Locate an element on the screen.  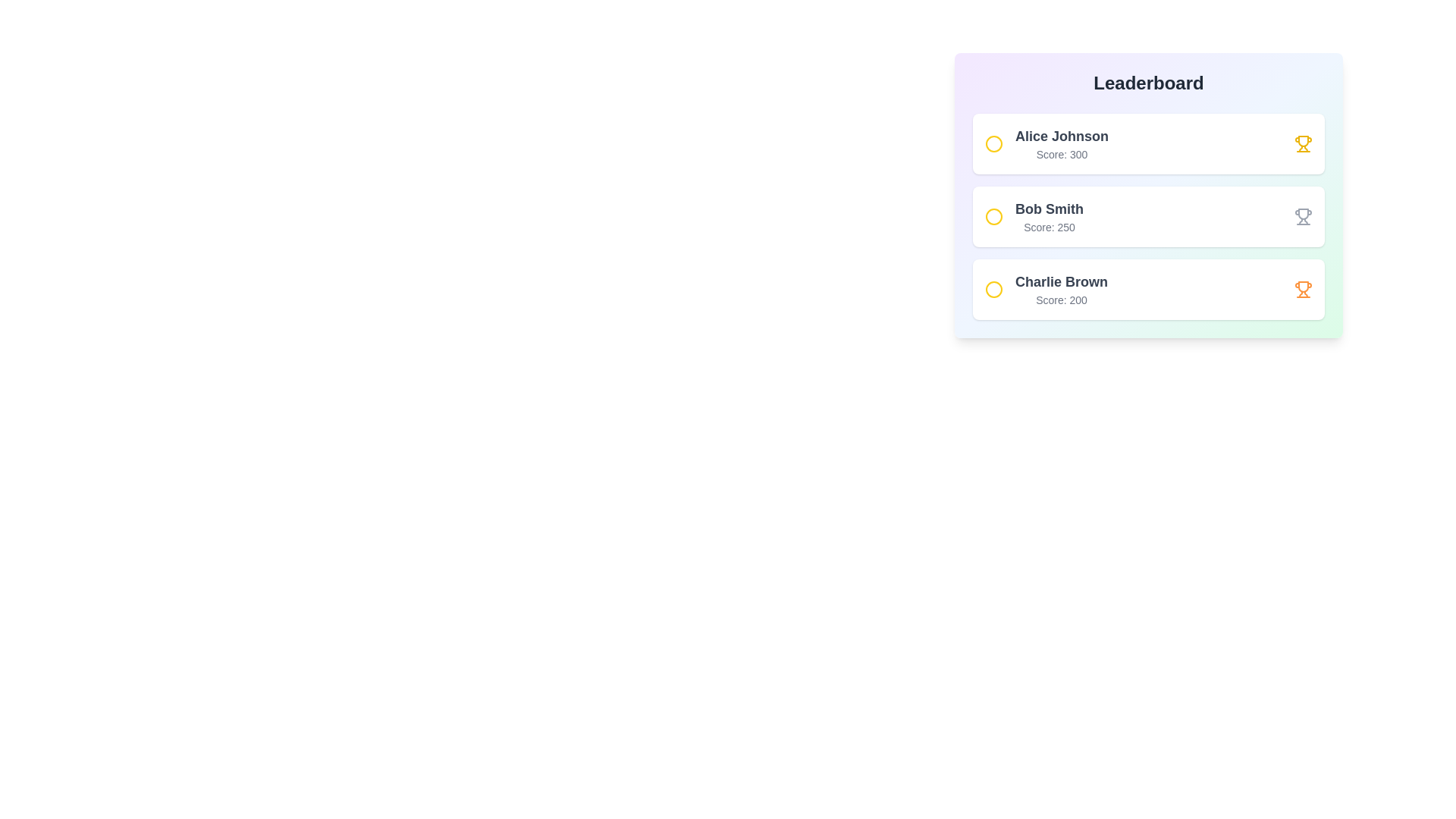
the user card of Alice Johnson is located at coordinates (1149, 143).